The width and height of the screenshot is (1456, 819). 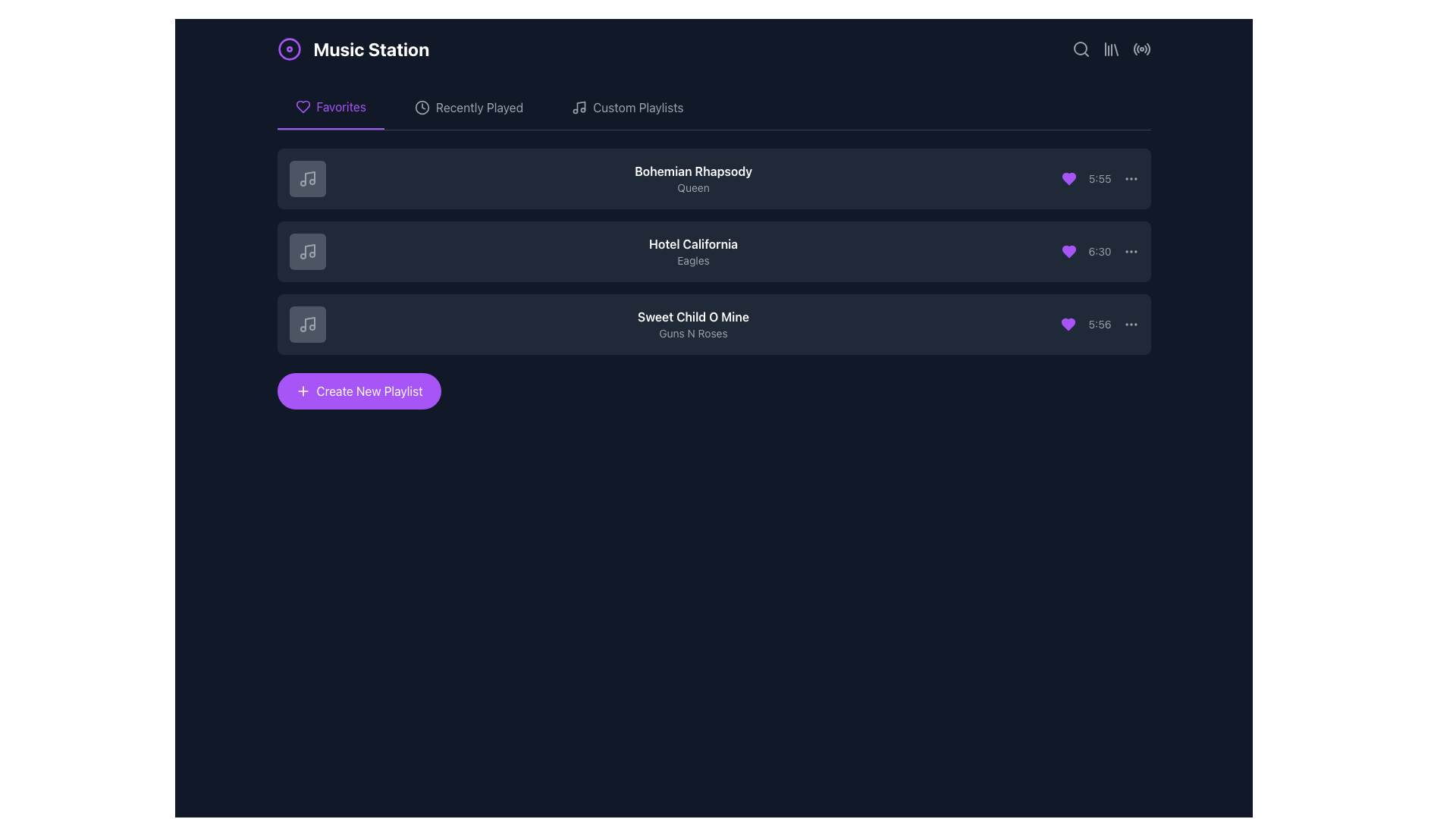 What do you see at coordinates (309, 177) in the screenshot?
I see `the musical note icon located at the top-left corner of the first playlist item in the 'Favorites' tab, which is embedded inside a gray square icon` at bounding box center [309, 177].